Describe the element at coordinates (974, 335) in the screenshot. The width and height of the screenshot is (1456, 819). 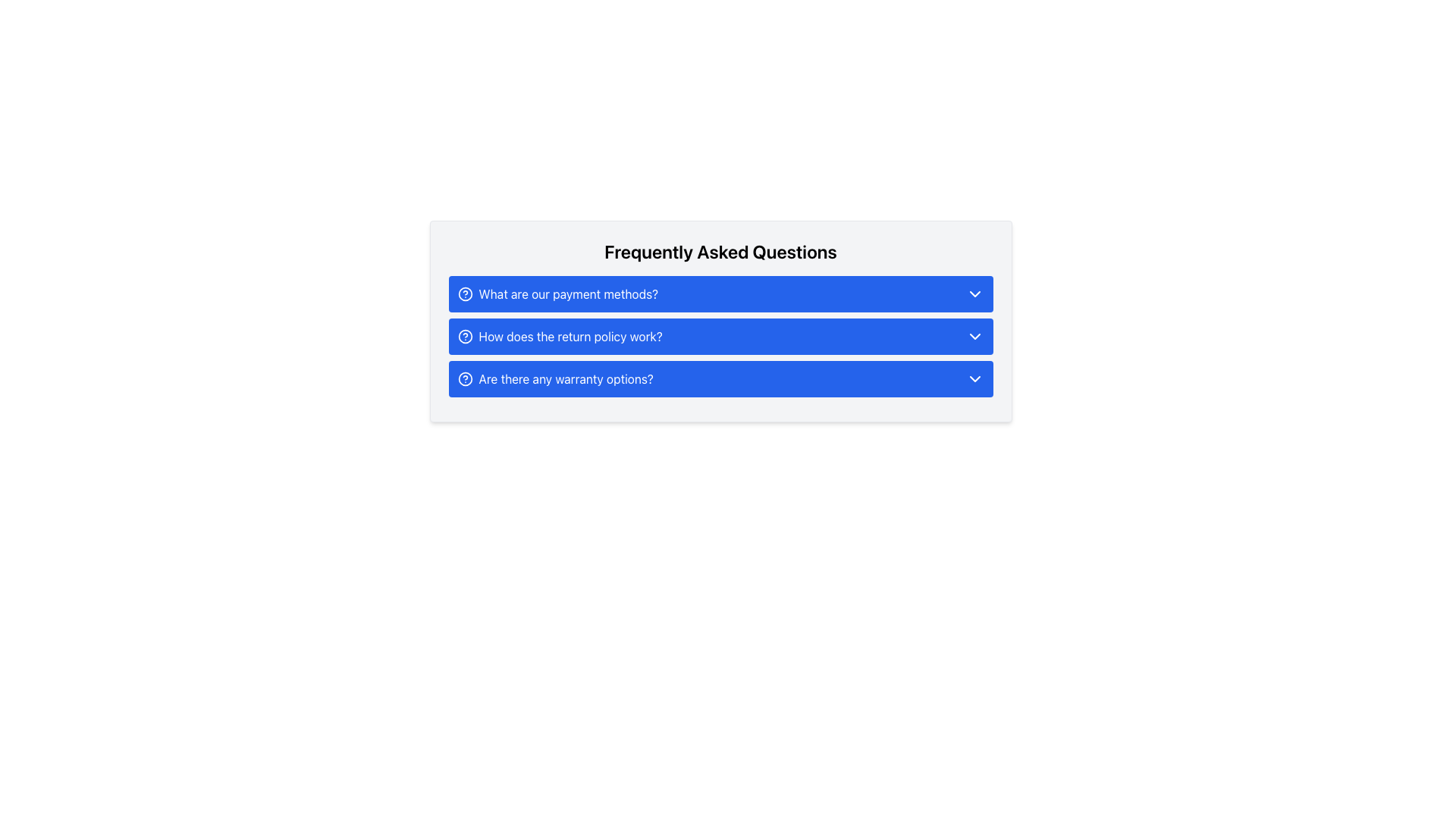
I see `the Dropdown Toggle Icon located to the far right of the FAQ option 'How does the return policy work?'` at that location.